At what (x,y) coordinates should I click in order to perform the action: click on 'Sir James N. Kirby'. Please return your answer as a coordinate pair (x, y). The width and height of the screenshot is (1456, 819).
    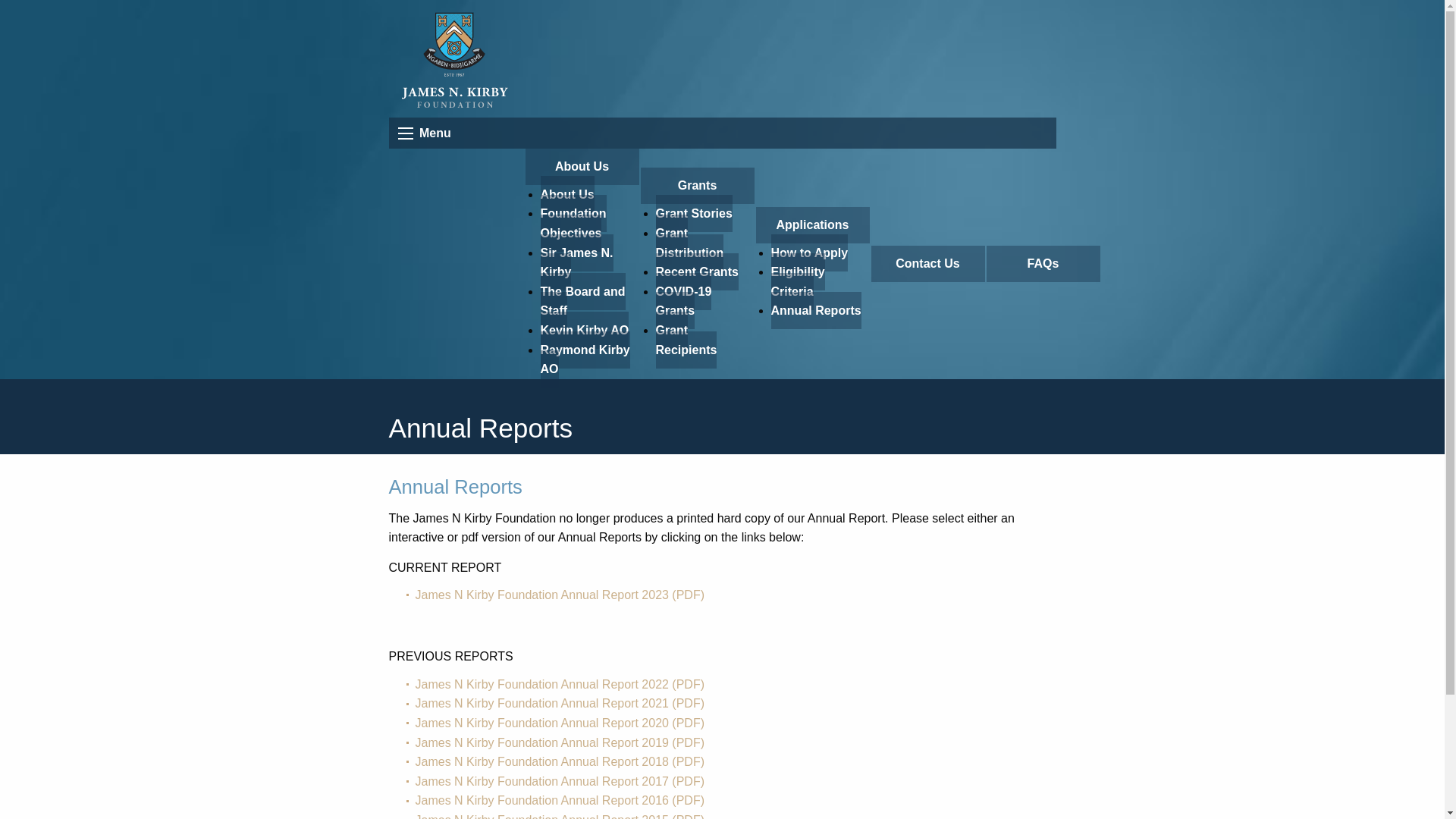
    Looking at the image, I should click on (575, 262).